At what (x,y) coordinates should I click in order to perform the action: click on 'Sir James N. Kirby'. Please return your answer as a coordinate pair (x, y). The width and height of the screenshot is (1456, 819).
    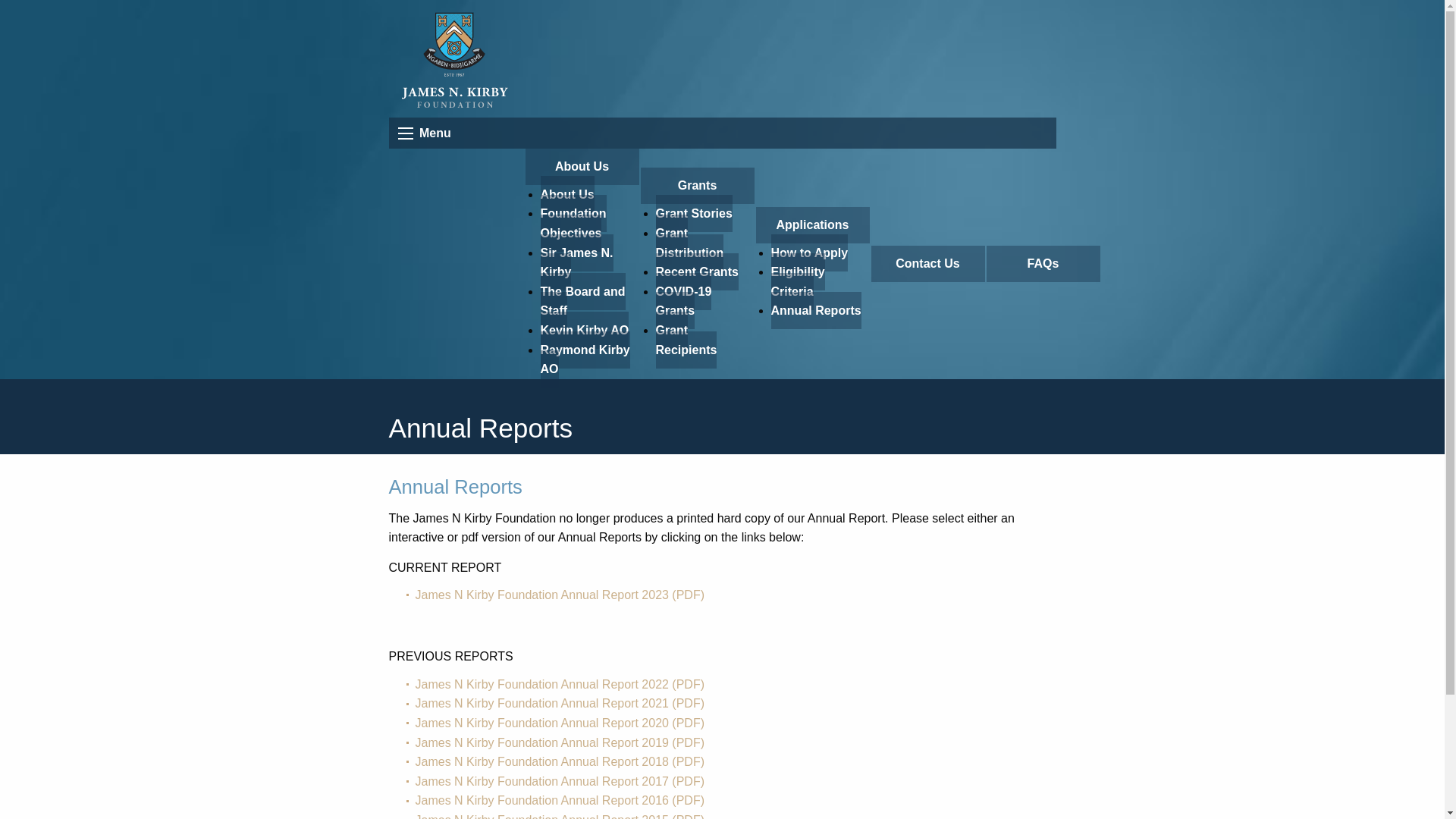
    Looking at the image, I should click on (575, 262).